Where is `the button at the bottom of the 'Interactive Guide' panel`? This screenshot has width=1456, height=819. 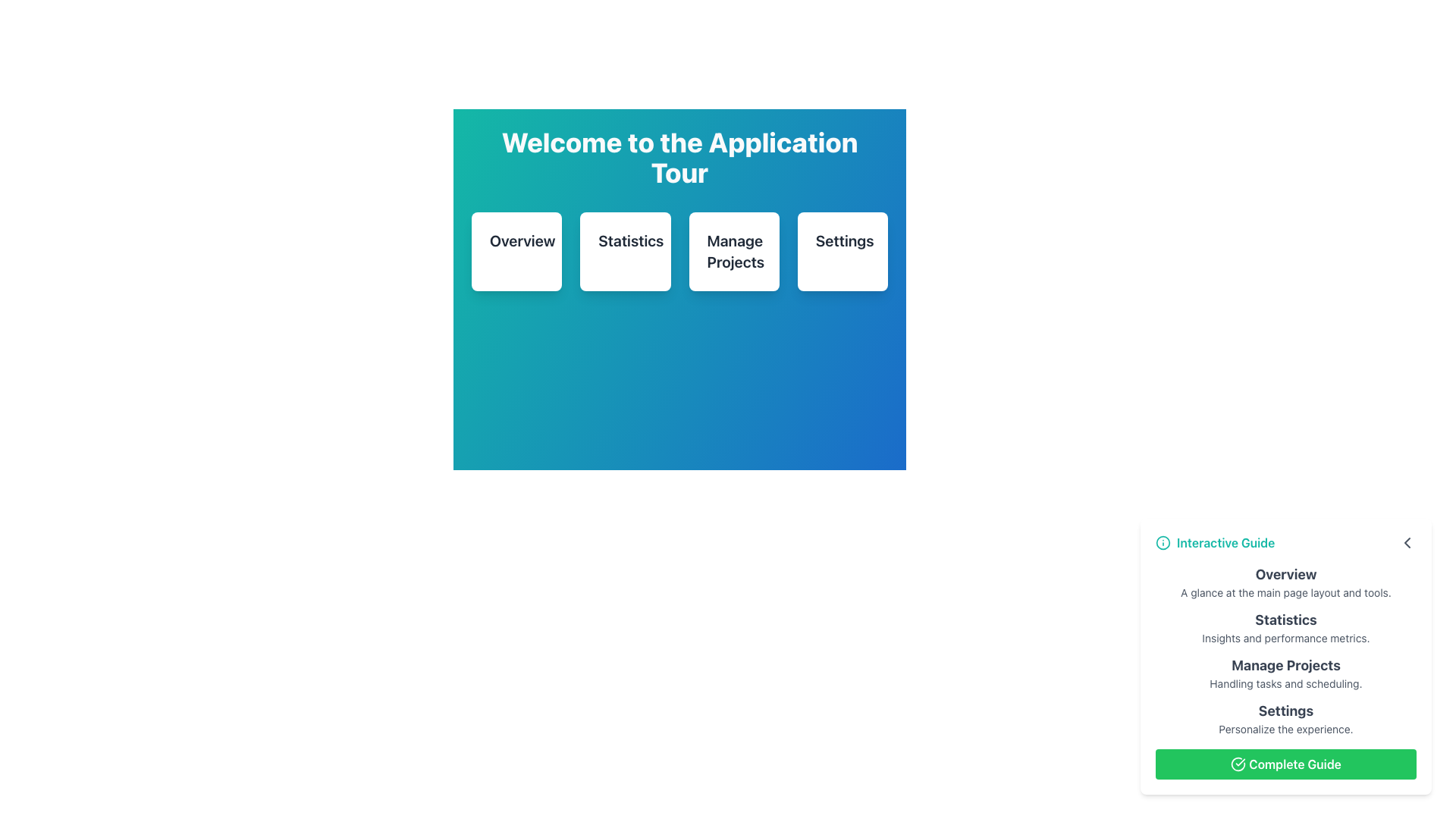
the button at the bottom of the 'Interactive Guide' panel is located at coordinates (1285, 764).